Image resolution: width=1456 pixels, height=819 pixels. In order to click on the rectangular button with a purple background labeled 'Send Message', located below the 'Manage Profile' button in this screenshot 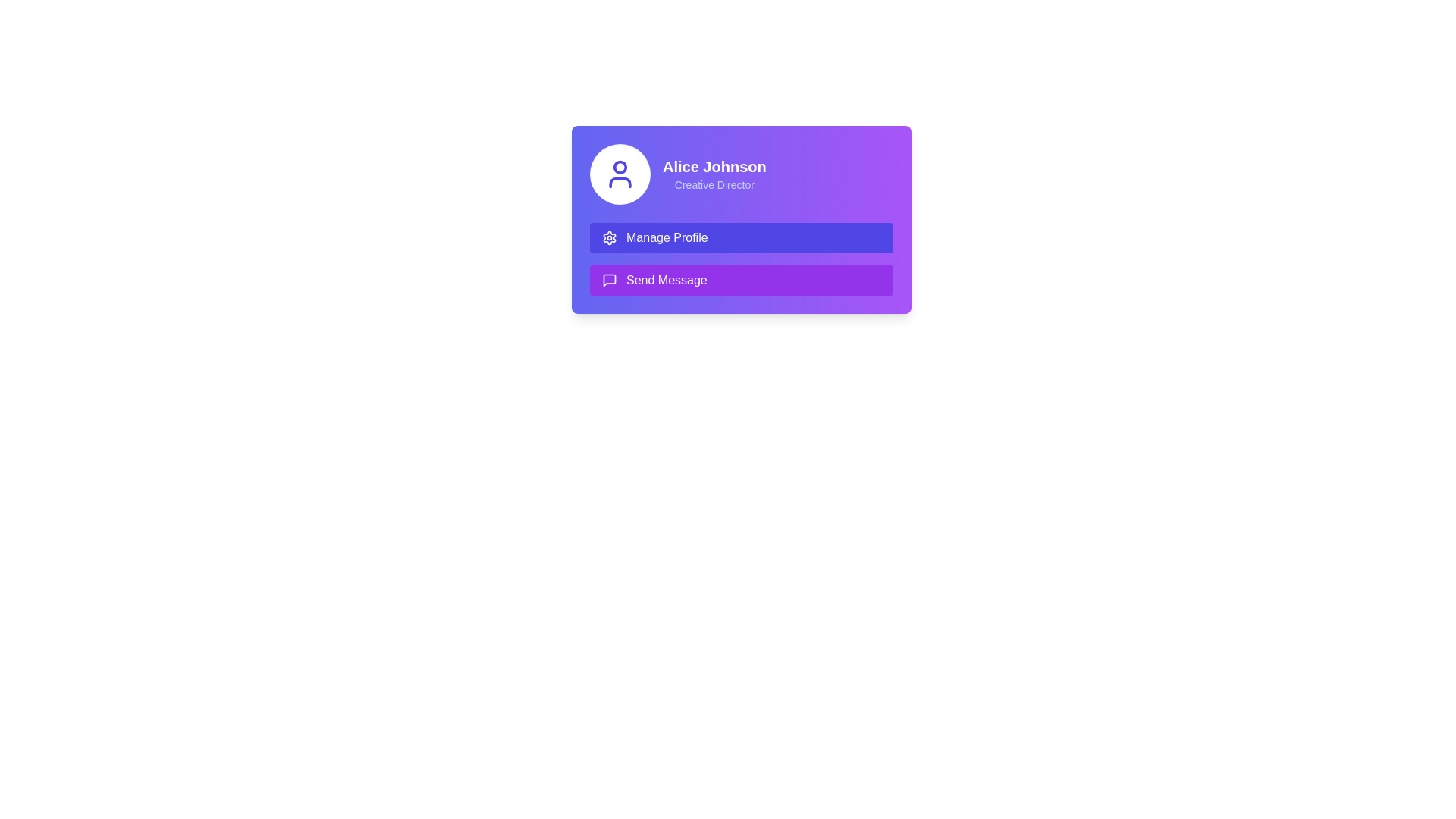, I will do `click(742, 281)`.